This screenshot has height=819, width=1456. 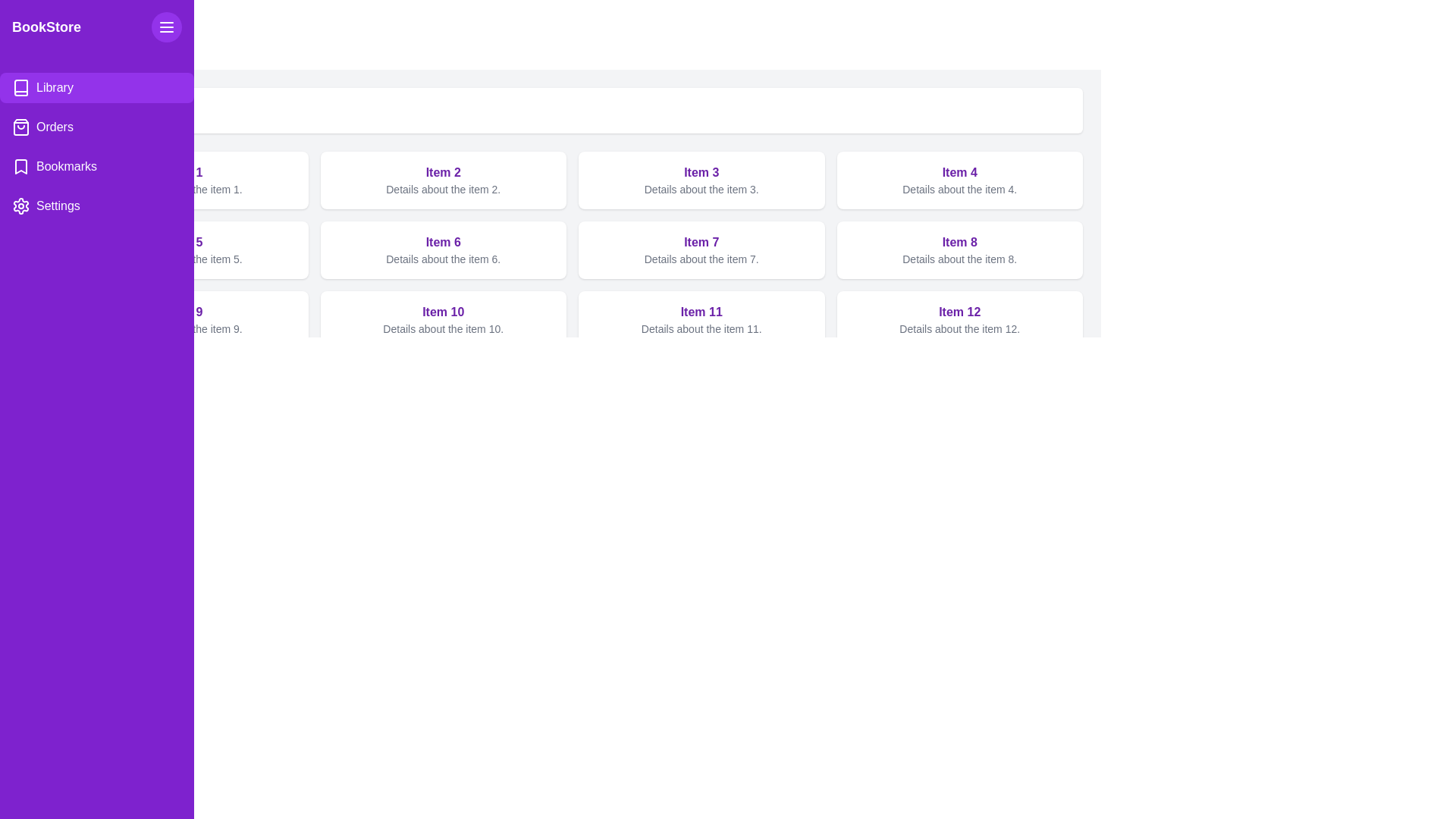 What do you see at coordinates (21, 87) in the screenshot?
I see `the book-shaped SVG icon located in the left sidebar navigation menu` at bounding box center [21, 87].